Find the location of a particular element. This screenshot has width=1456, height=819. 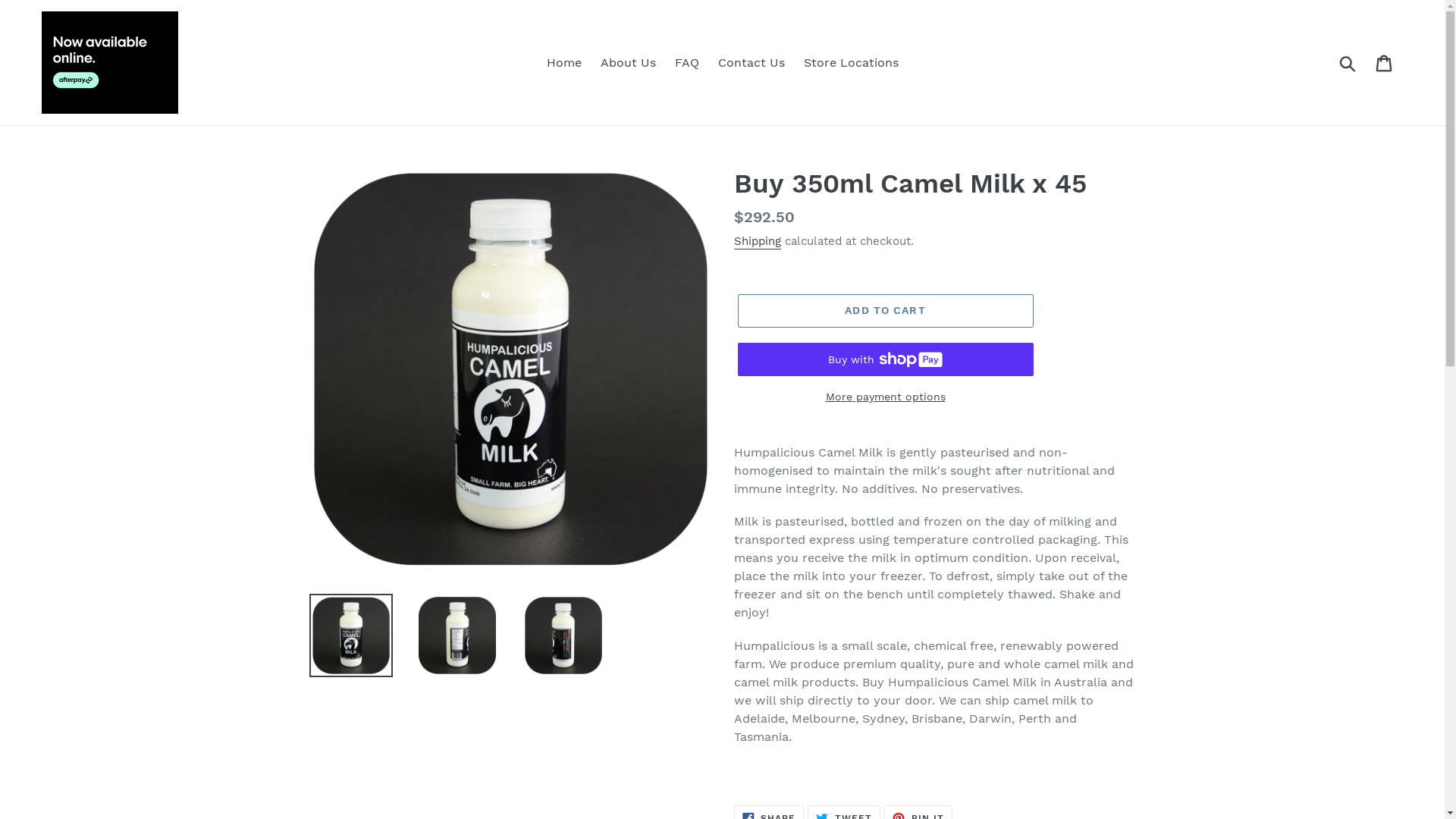

'Home' is located at coordinates (563, 62).